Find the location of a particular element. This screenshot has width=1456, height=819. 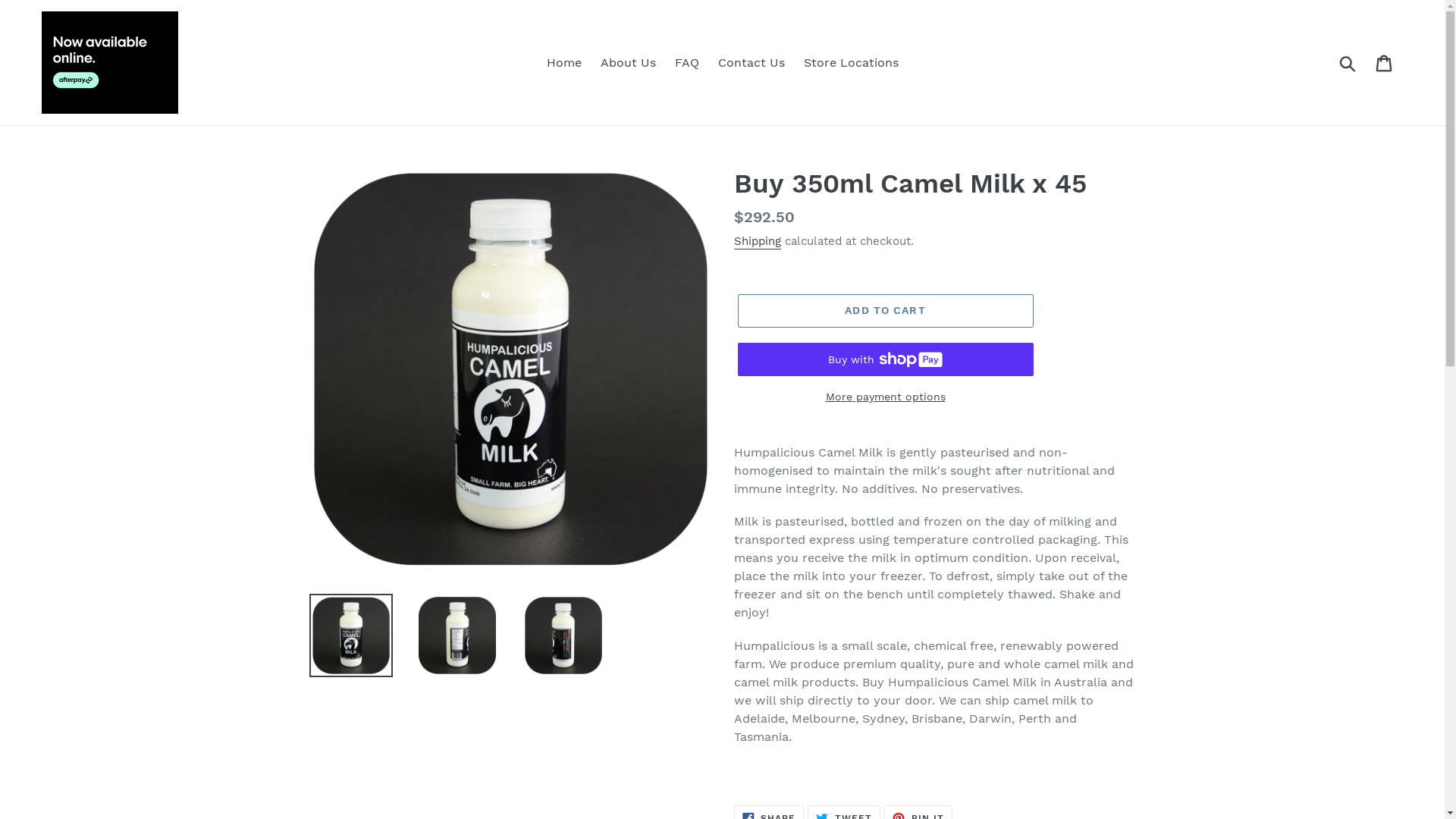

'Home' is located at coordinates (563, 62).